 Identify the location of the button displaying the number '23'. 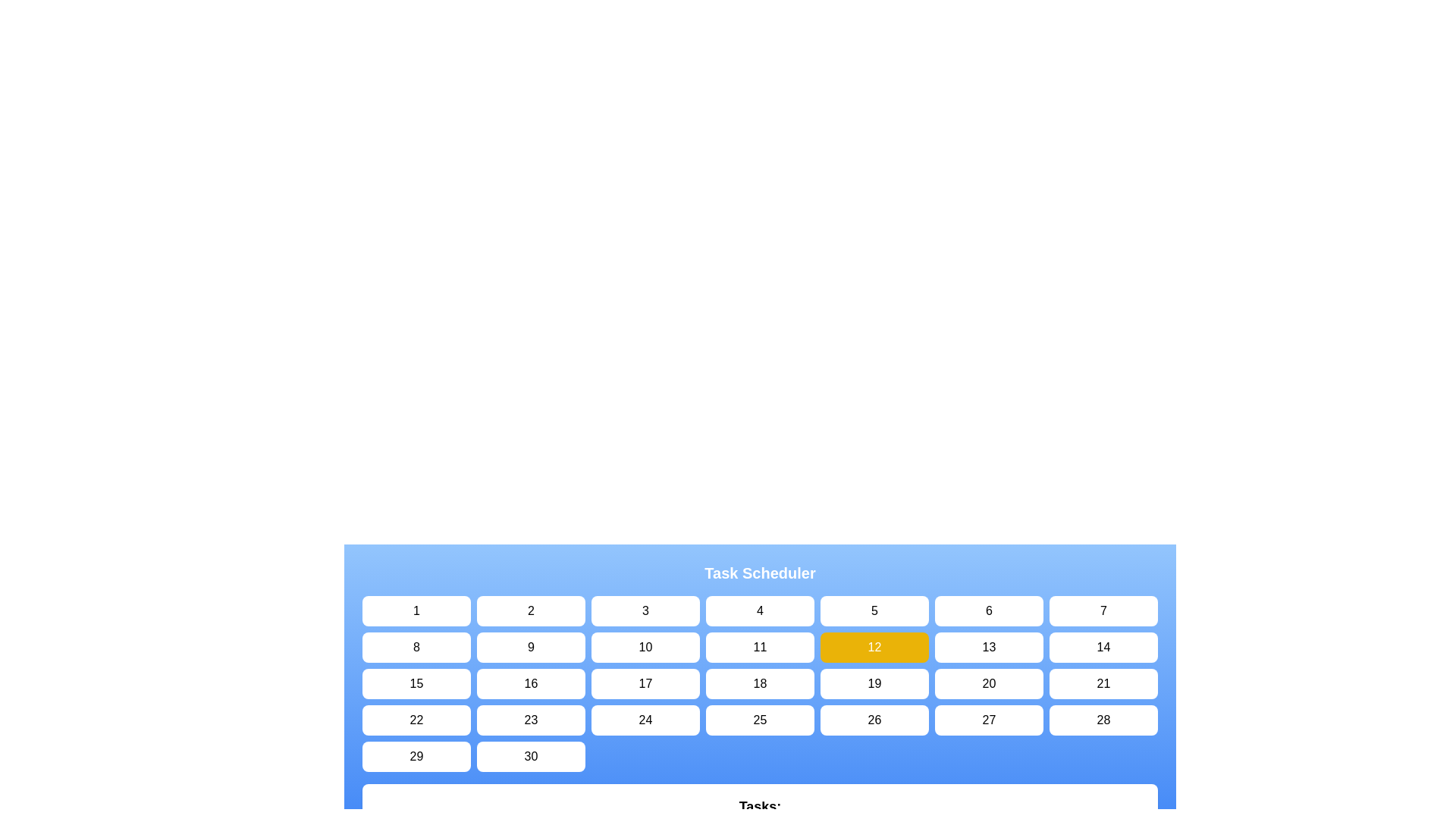
(531, 719).